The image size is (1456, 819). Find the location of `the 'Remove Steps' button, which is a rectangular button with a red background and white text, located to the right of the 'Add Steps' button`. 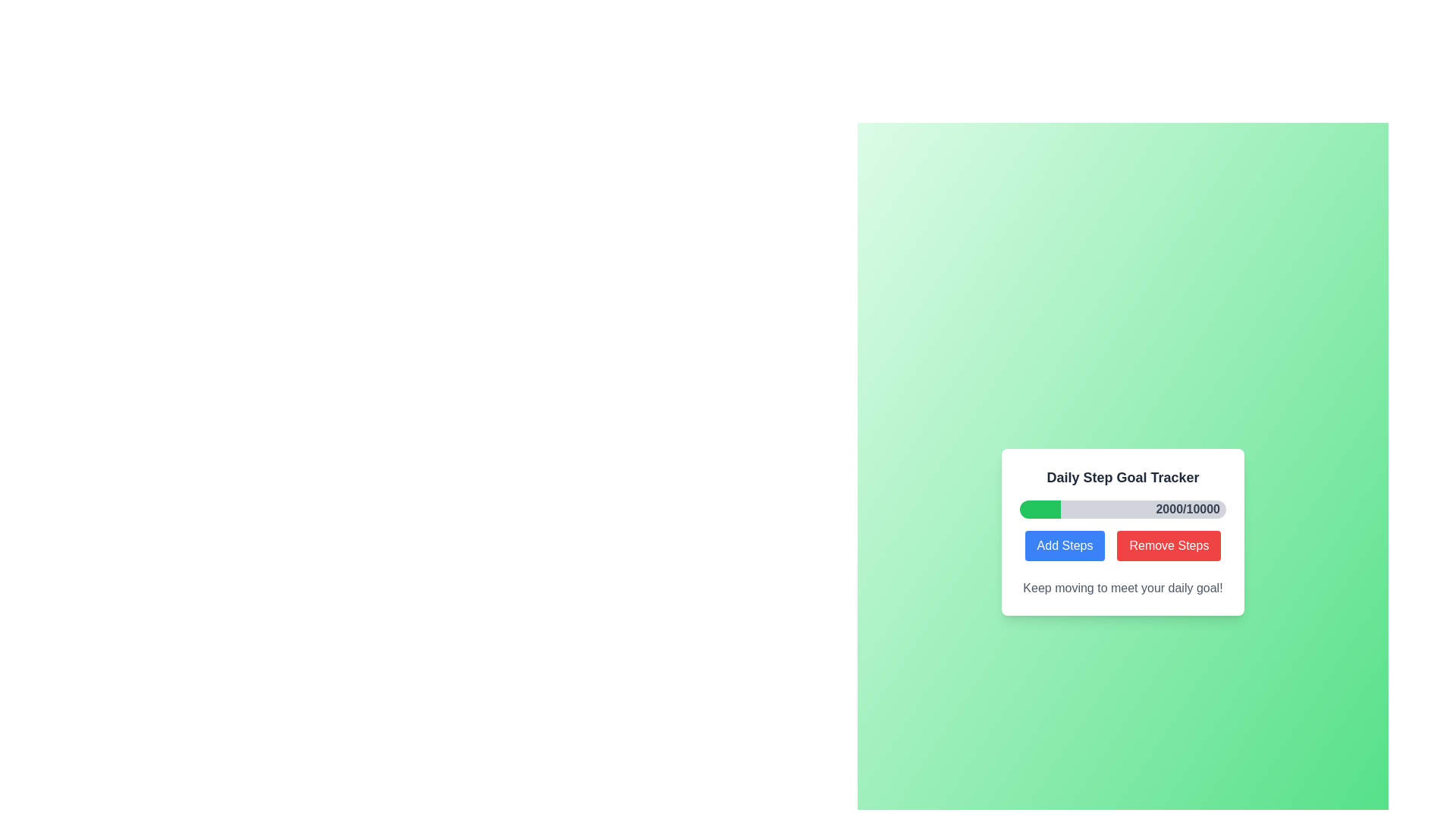

the 'Remove Steps' button, which is a rectangular button with a red background and white text, located to the right of the 'Add Steps' button is located at coordinates (1168, 546).